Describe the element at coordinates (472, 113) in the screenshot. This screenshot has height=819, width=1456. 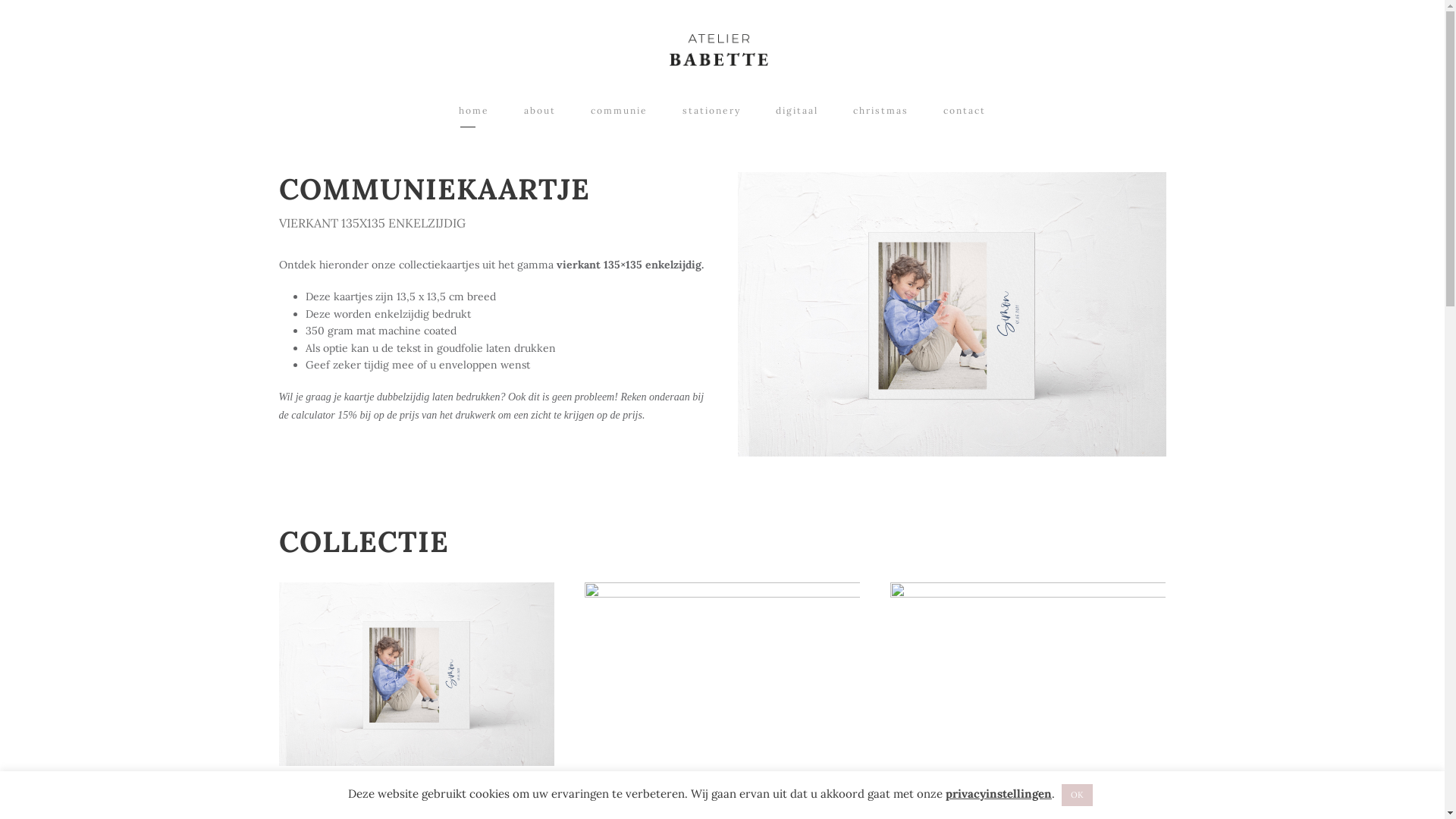
I see `'home'` at that location.